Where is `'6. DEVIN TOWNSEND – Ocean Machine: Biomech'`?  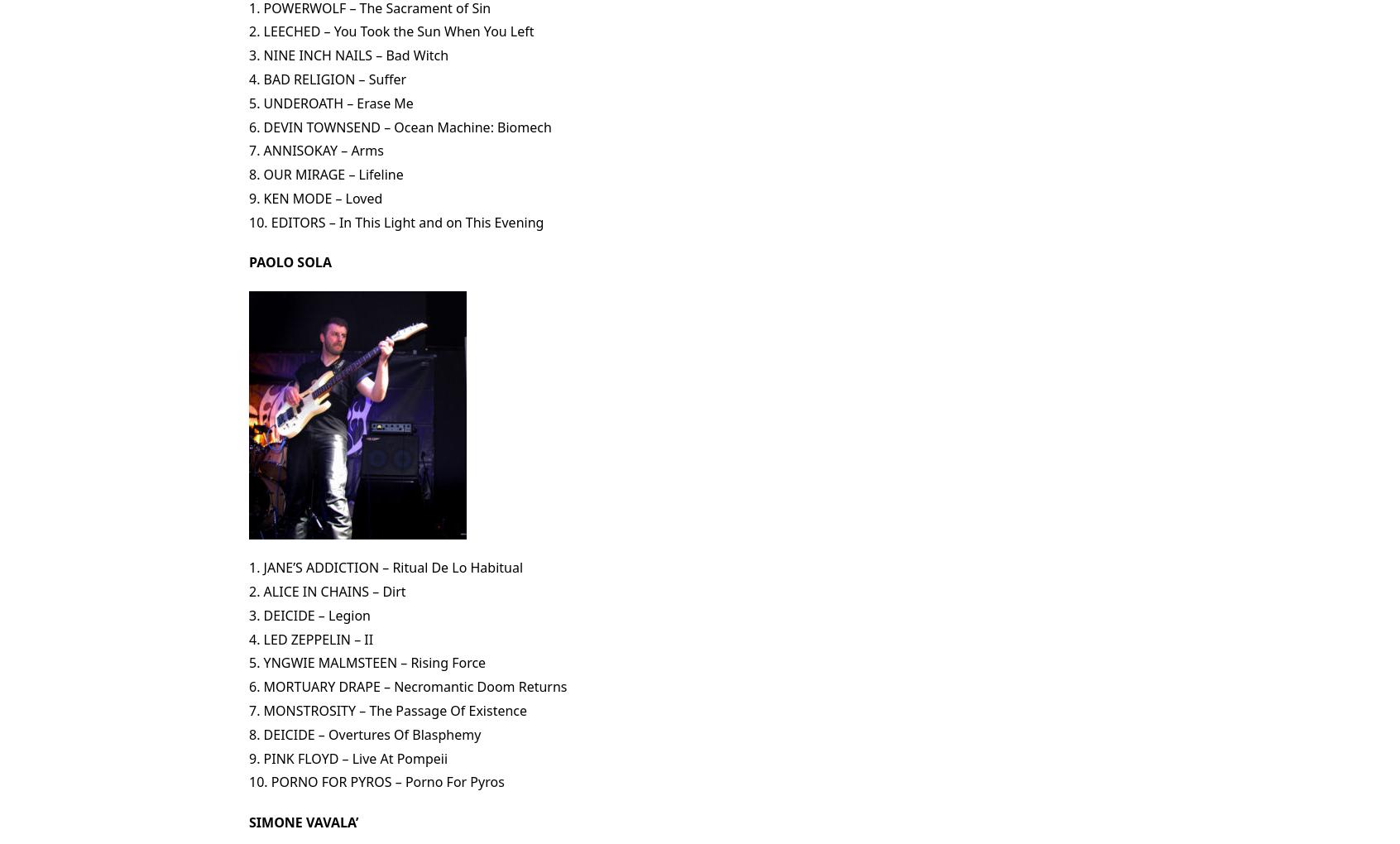
'6. DEVIN TOWNSEND – Ocean Machine: Biomech' is located at coordinates (248, 127).